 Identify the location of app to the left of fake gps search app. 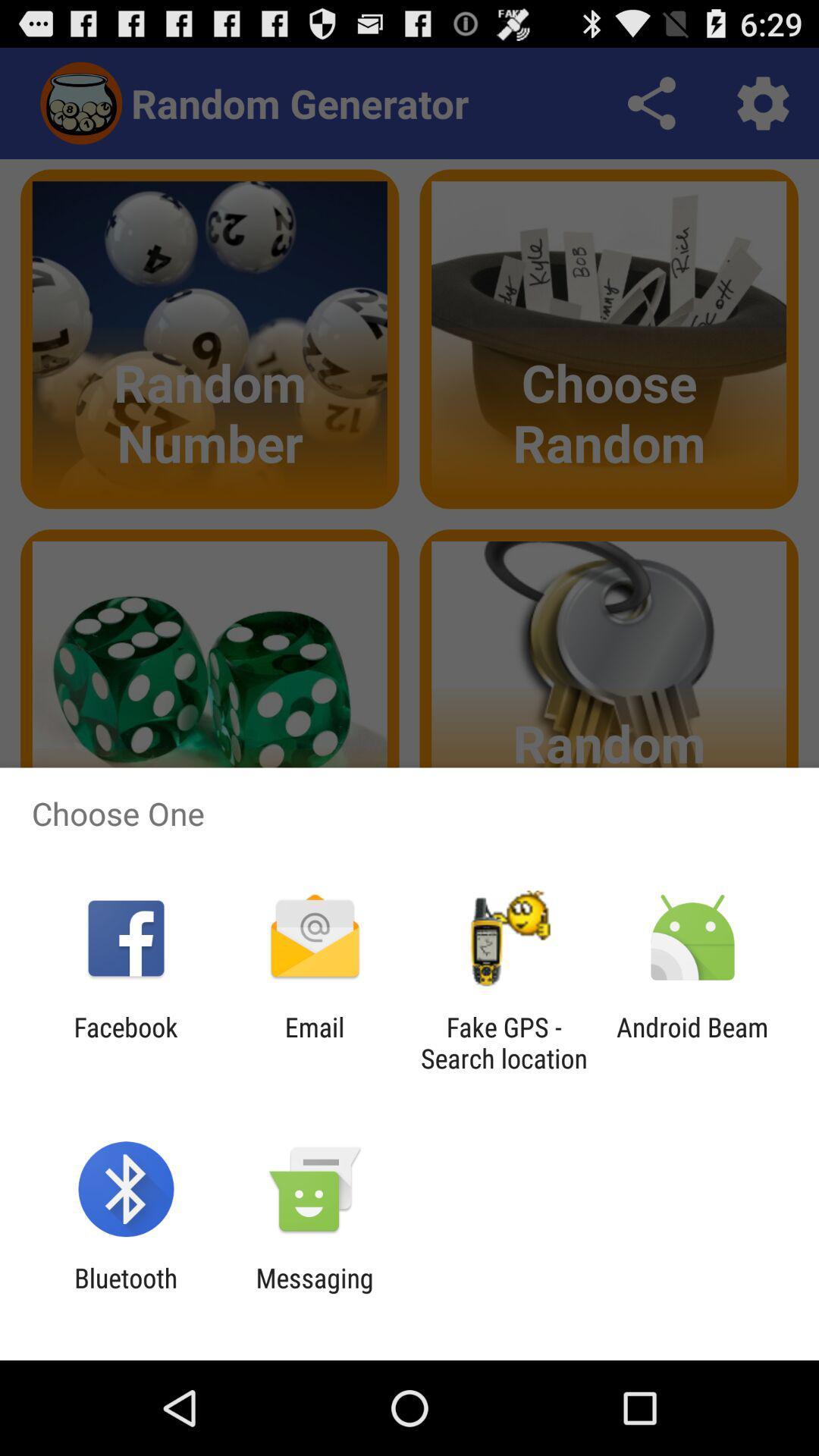
(314, 1042).